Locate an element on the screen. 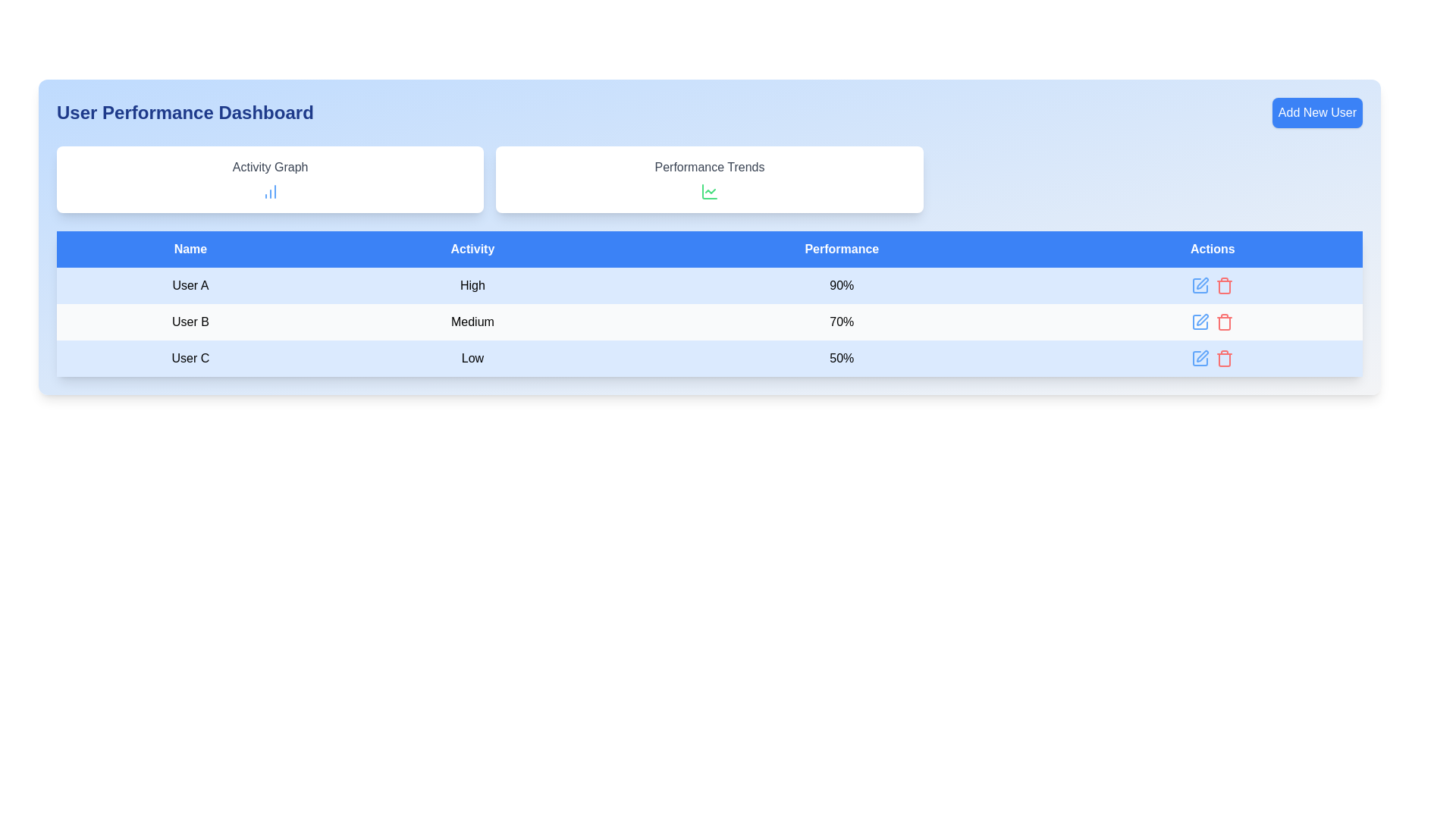  the text label displaying '70%' in bold, black font, located in the third column of the second row under the 'Performance' header in a table is located at coordinates (841, 321).